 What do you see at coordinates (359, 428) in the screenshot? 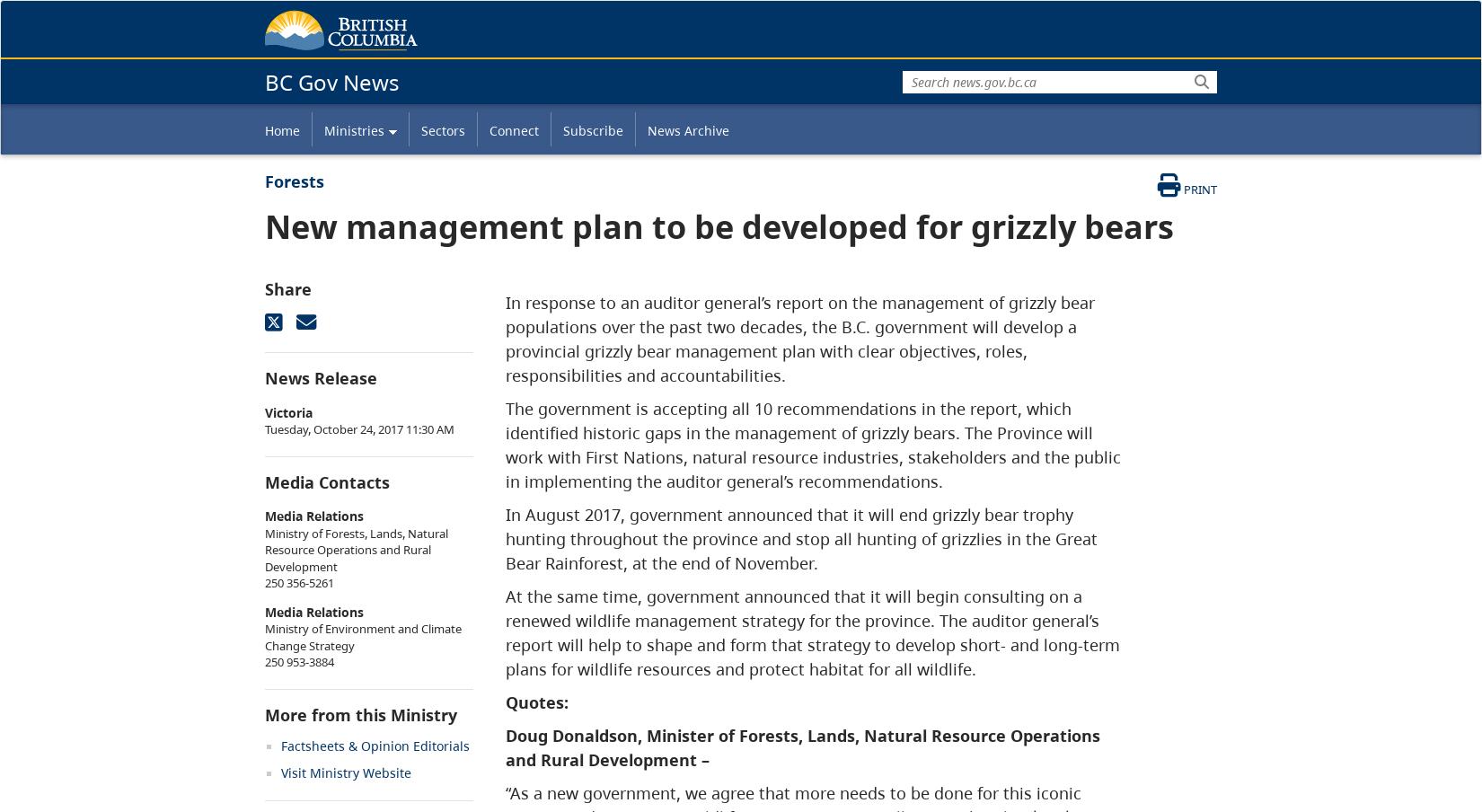
I see `'Tuesday, October 24, 2017 11:30 AM'` at bounding box center [359, 428].